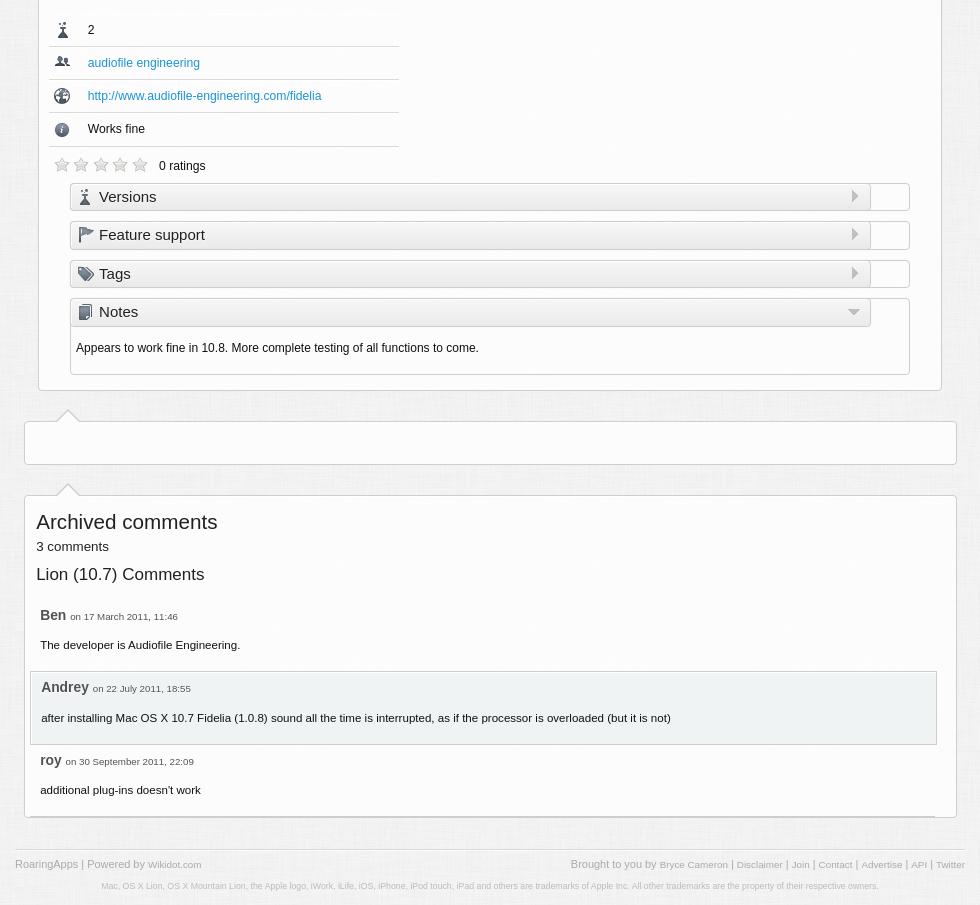 This screenshot has height=905, width=980. I want to click on 'Andrey', so click(64, 686).